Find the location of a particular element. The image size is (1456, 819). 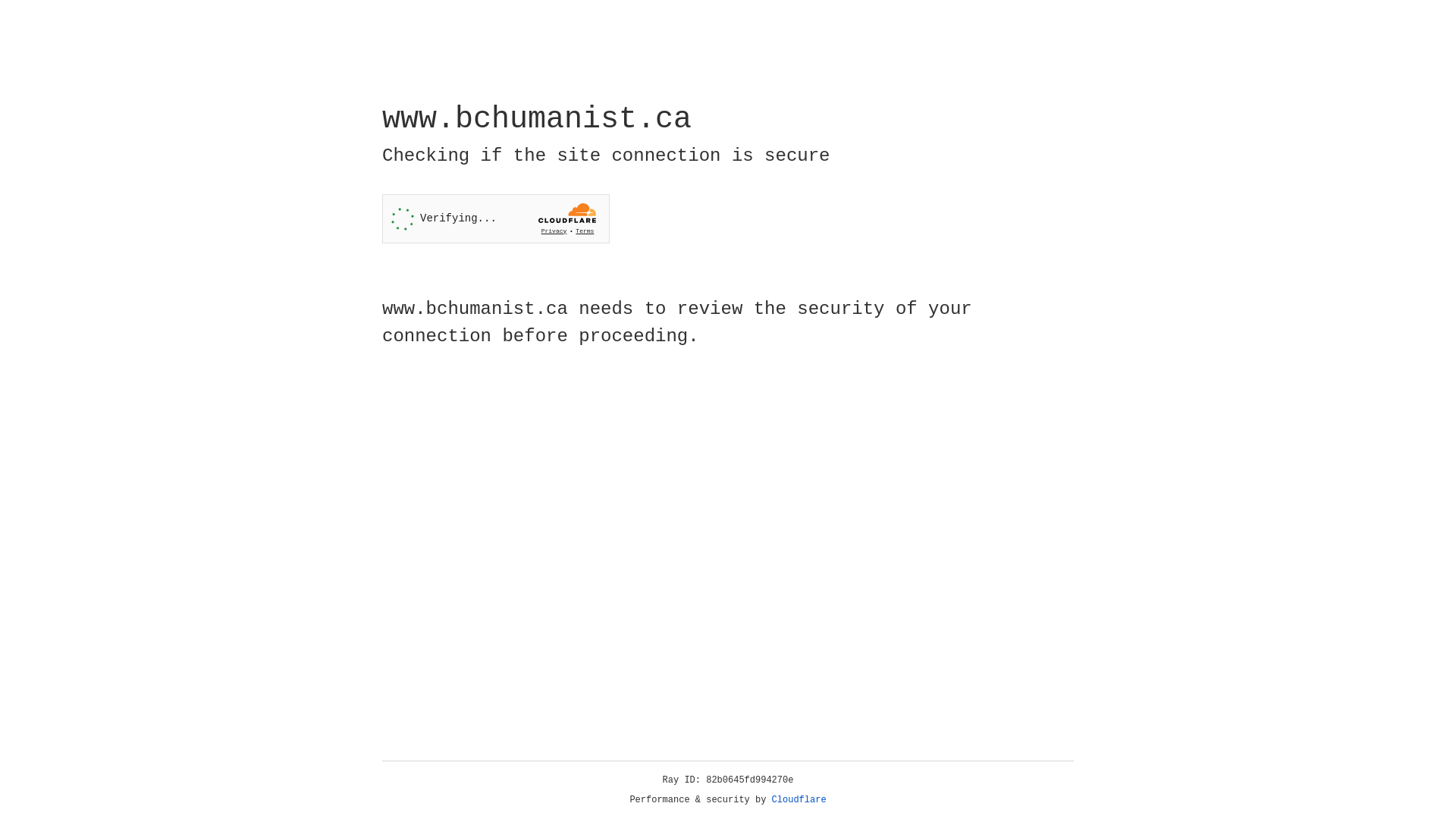

'Cloudflare' is located at coordinates (799, 799).